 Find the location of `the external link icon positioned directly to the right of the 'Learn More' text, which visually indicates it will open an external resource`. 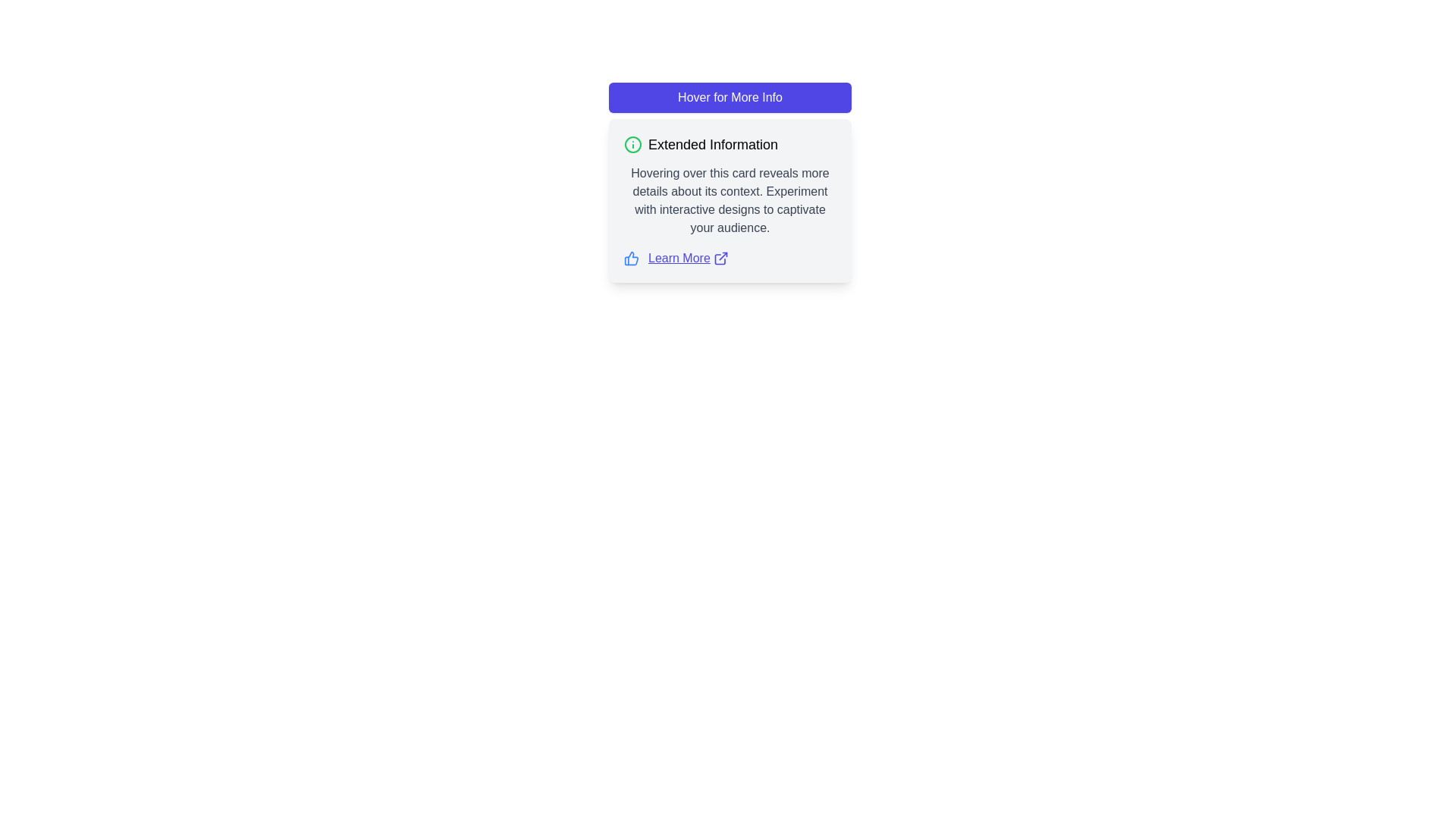

the external link icon positioned directly to the right of the 'Learn More' text, which visually indicates it will open an external resource is located at coordinates (720, 257).